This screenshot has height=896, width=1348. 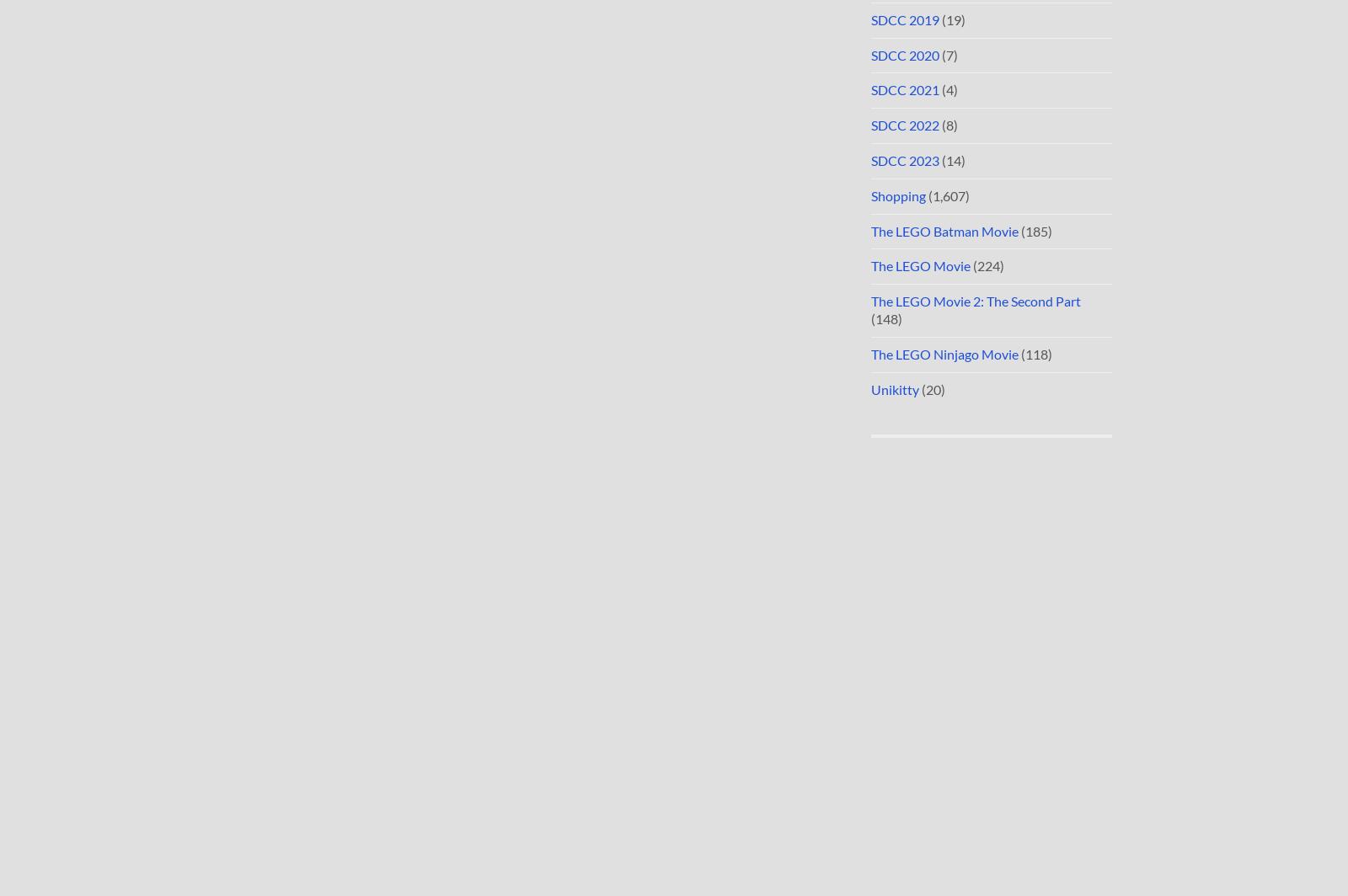 What do you see at coordinates (905, 160) in the screenshot?
I see `'SDCC 2023'` at bounding box center [905, 160].